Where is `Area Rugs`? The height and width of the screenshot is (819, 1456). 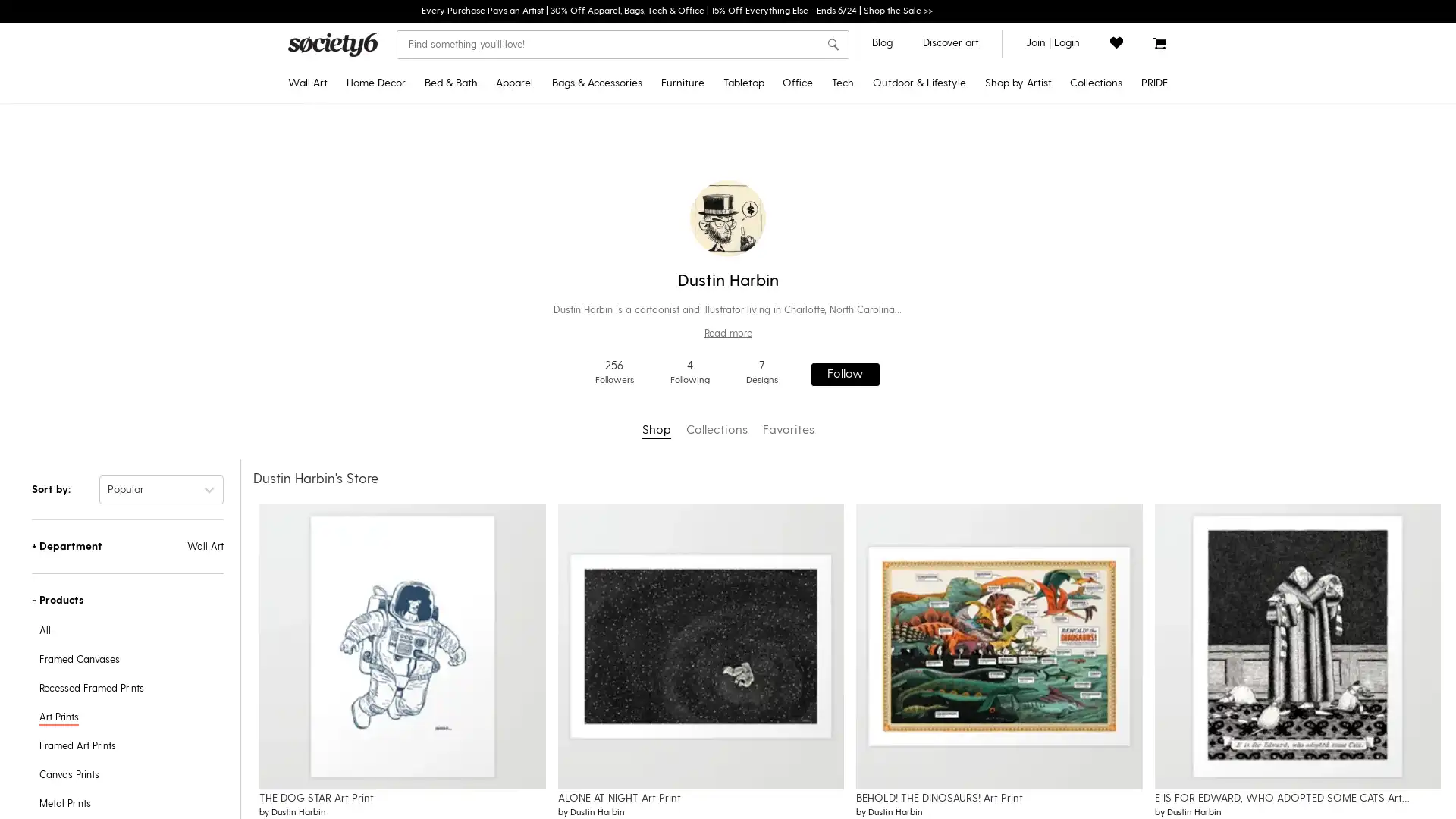
Area Rugs is located at coordinates (404, 341).